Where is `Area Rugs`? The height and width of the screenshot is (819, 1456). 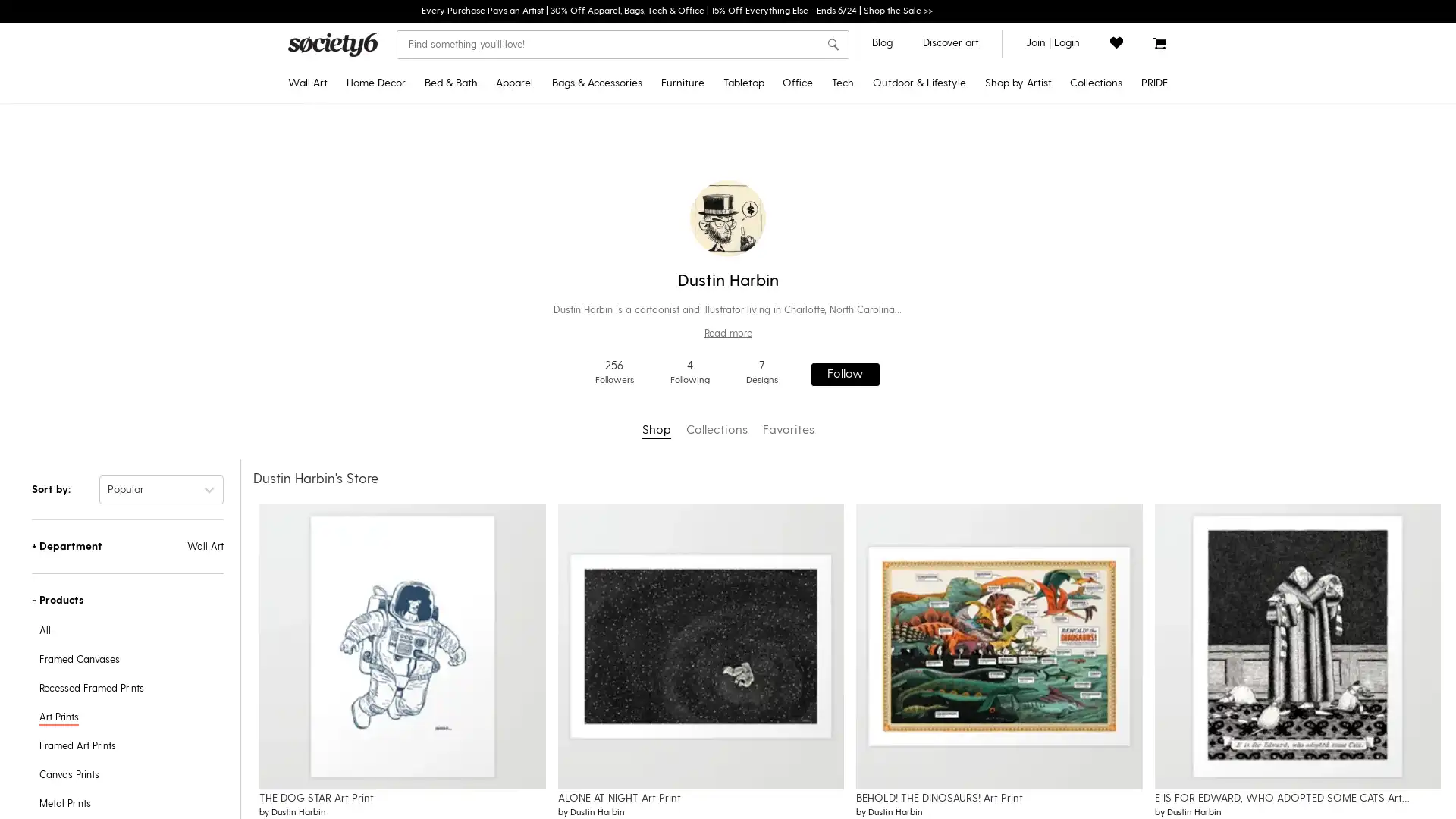
Area Rugs is located at coordinates (404, 341).